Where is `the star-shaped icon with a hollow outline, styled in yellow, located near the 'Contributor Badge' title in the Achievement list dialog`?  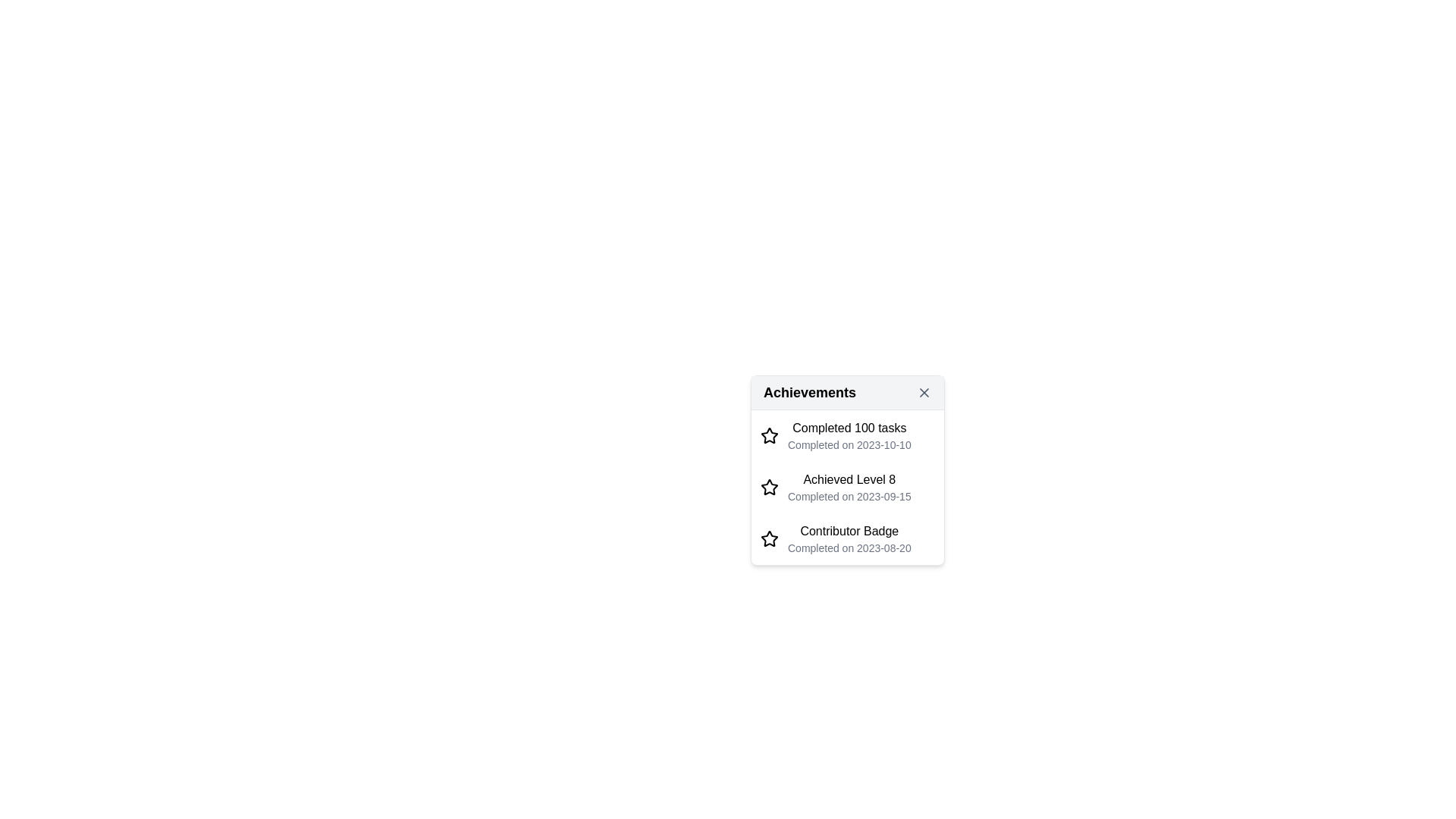
the star-shaped icon with a hollow outline, styled in yellow, located near the 'Contributor Badge' title in the Achievement list dialog is located at coordinates (769, 537).